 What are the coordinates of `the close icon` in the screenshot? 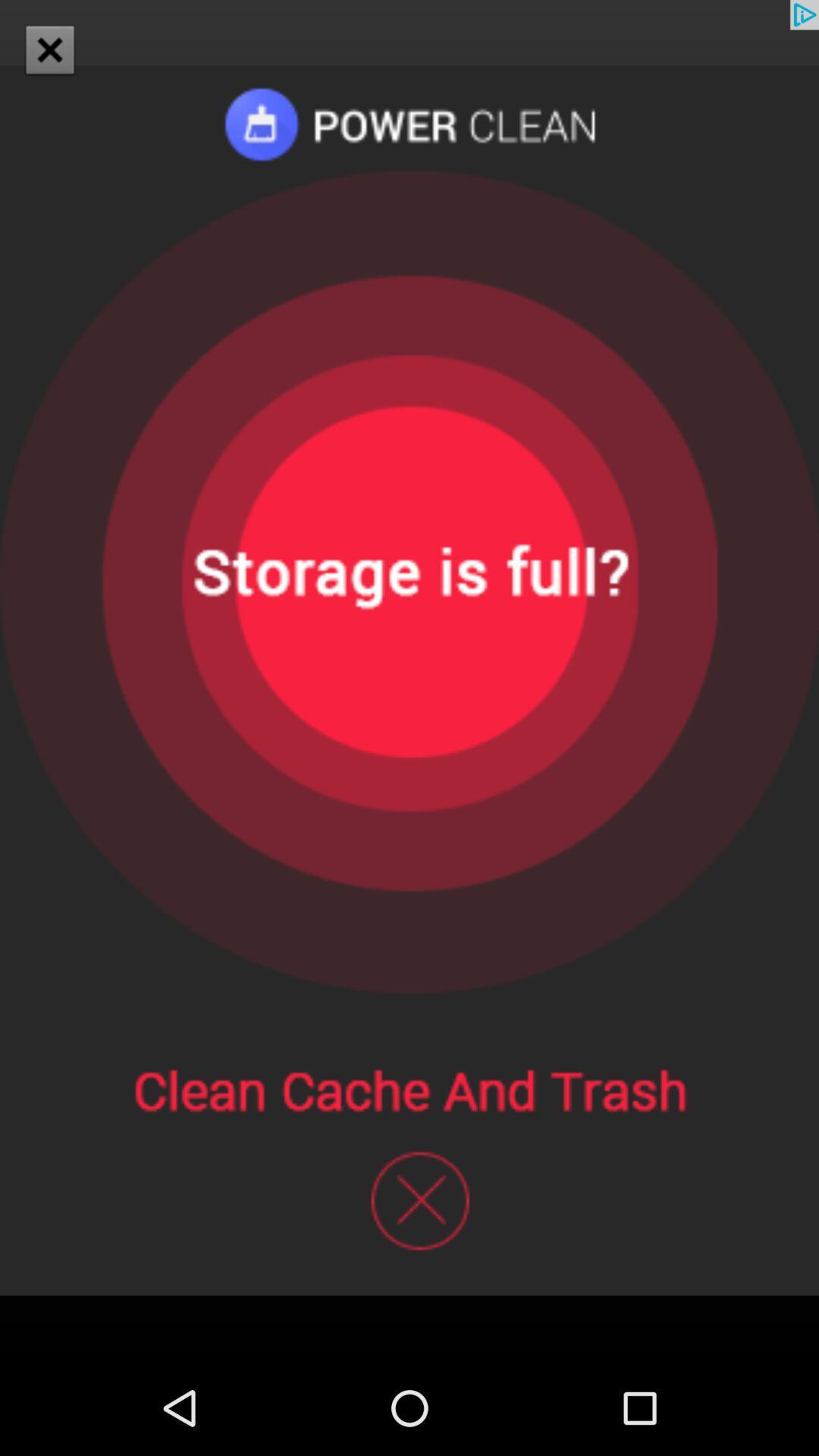 It's located at (49, 53).